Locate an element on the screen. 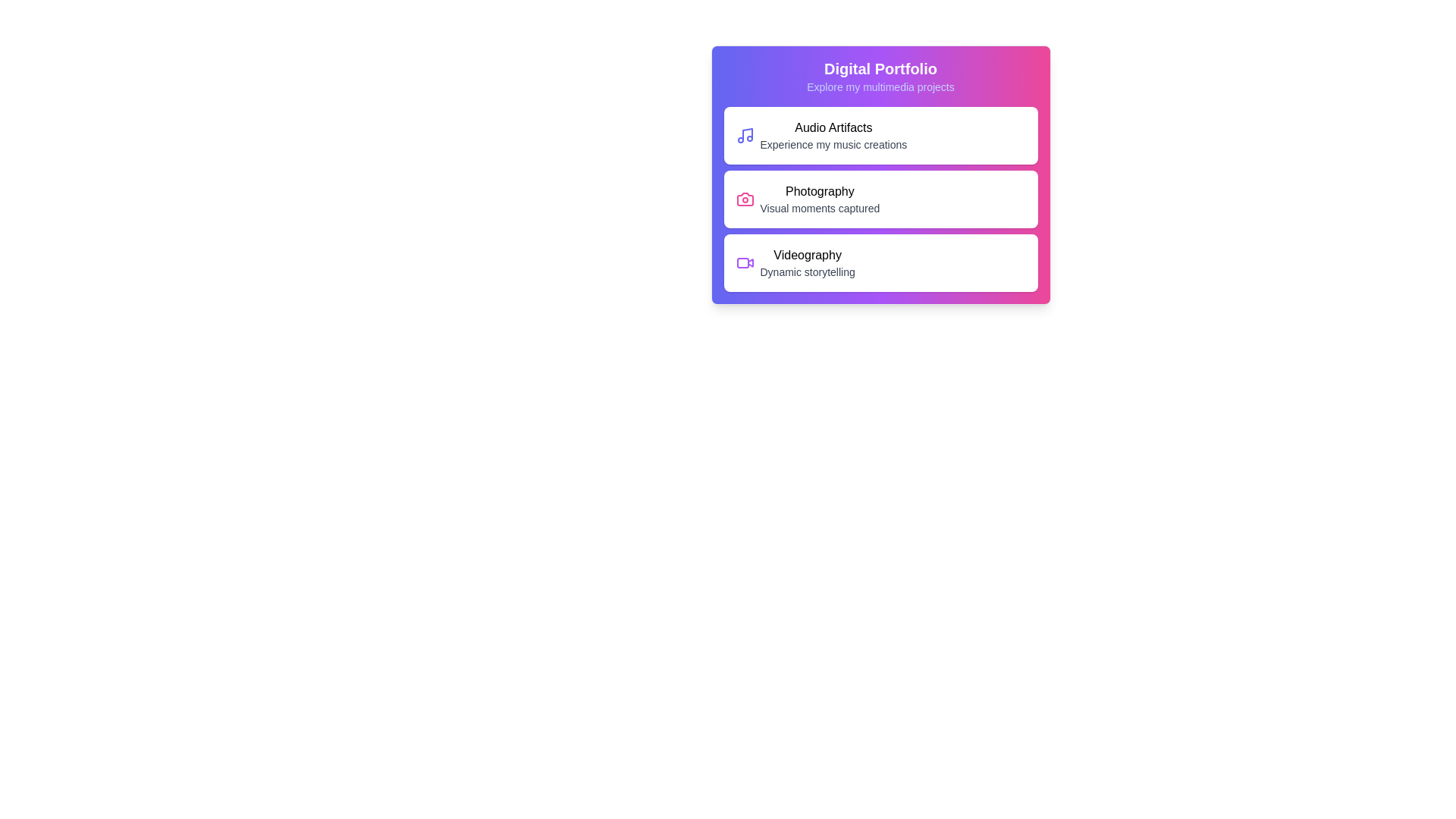  the text label that serves as a title or header within its card, located at the top-left of a card inside the digital portfolio section is located at coordinates (833, 127).